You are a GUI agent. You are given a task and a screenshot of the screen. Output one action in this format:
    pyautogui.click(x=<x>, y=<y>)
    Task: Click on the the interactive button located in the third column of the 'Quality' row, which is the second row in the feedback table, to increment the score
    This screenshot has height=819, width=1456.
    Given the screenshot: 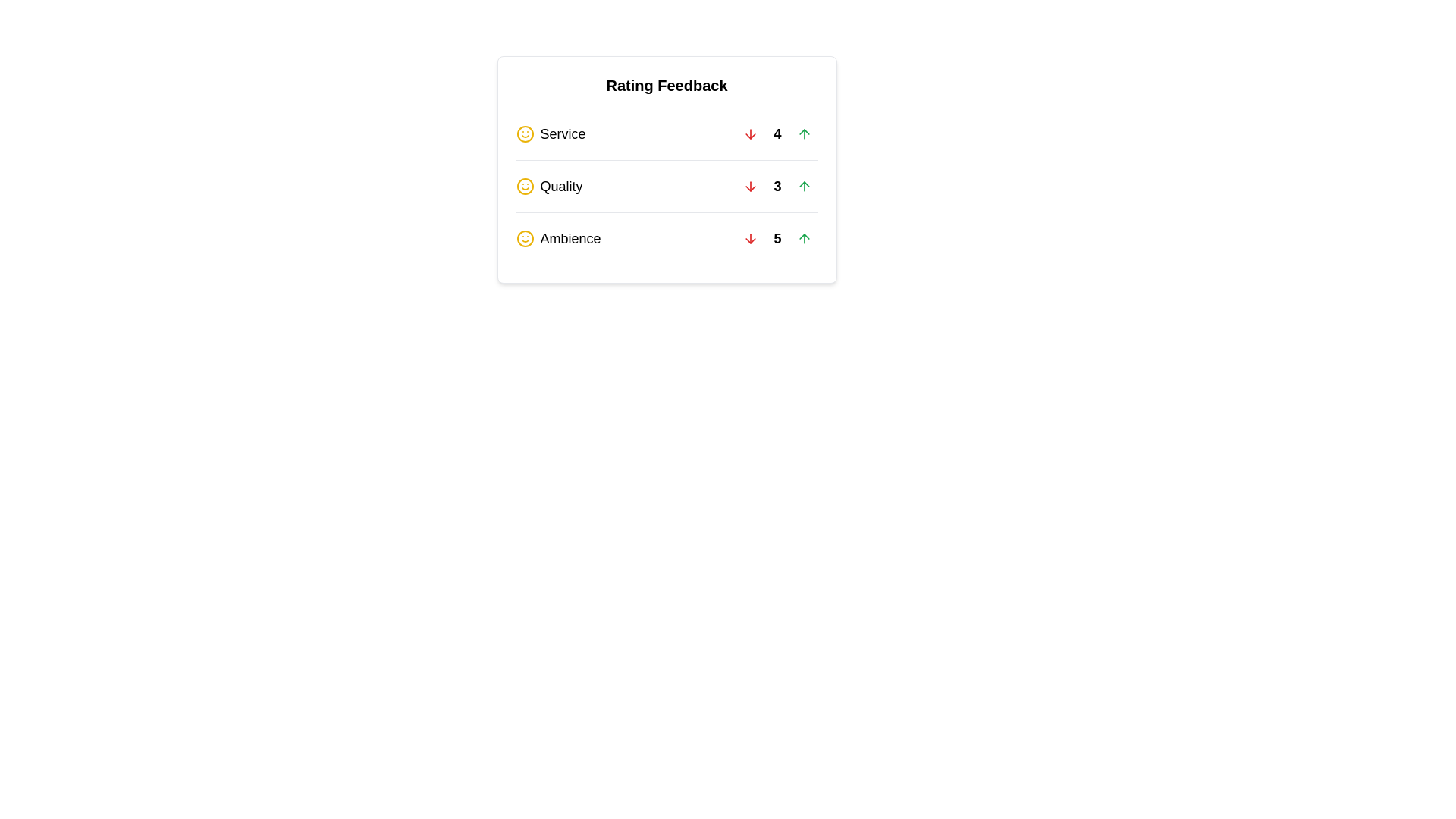 What is the action you would take?
    pyautogui.click(x=803, y=186)
    